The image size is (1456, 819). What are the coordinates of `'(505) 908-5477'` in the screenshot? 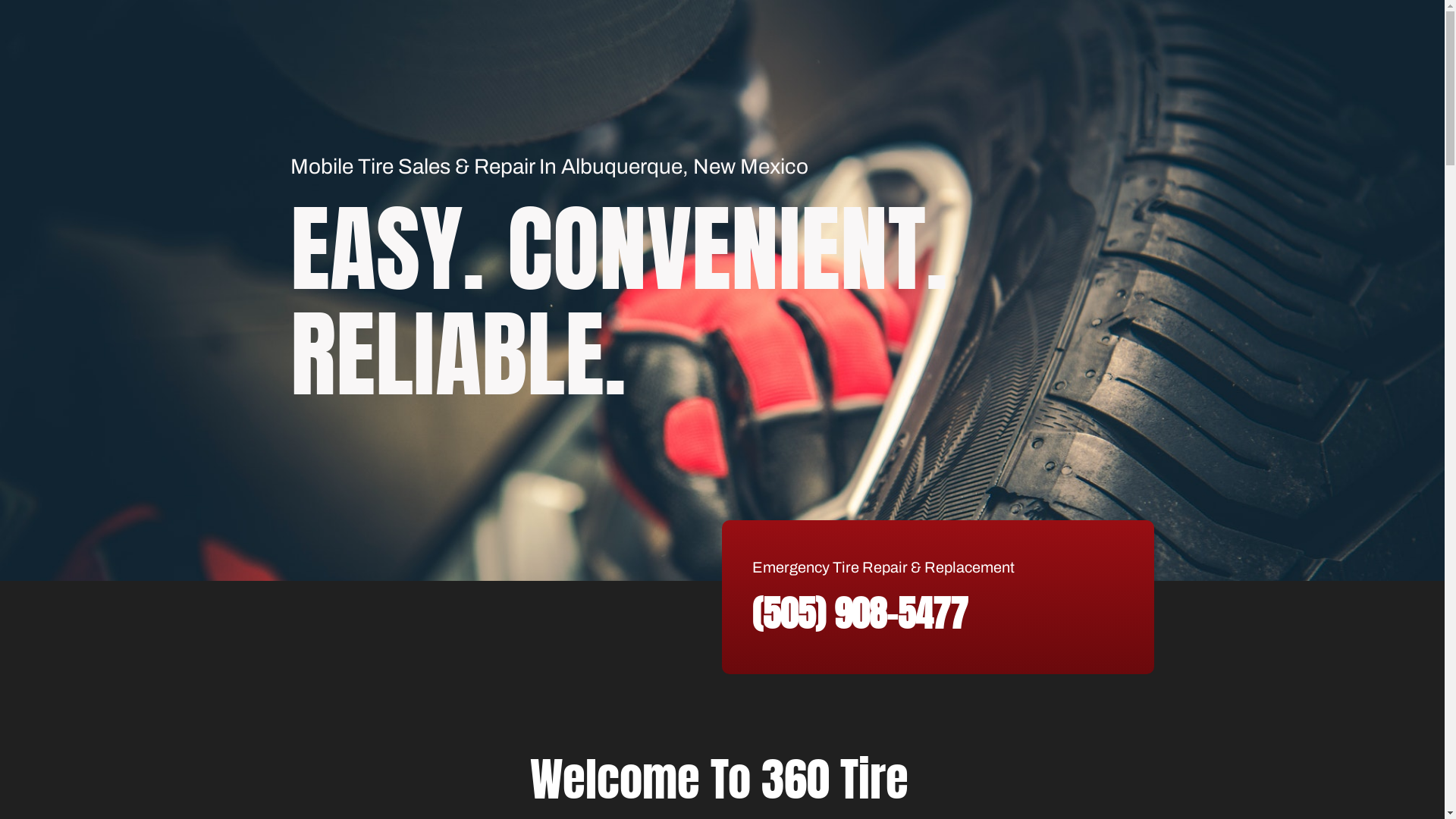 It's located at (859, 613).